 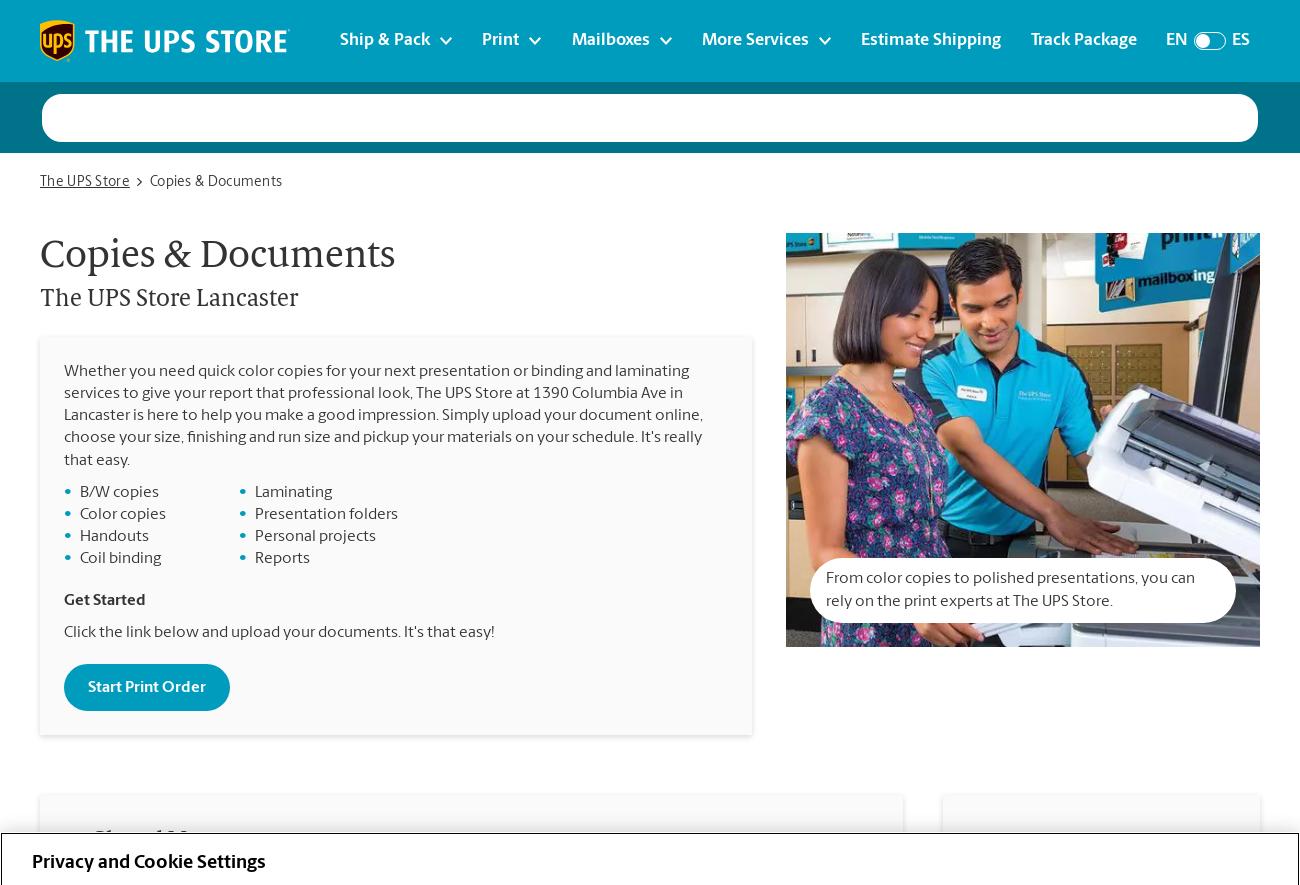 What do you see at coordinates (1238, 39) in the screenshot?
I see `'Es'` at bounding box center [1238, 39].